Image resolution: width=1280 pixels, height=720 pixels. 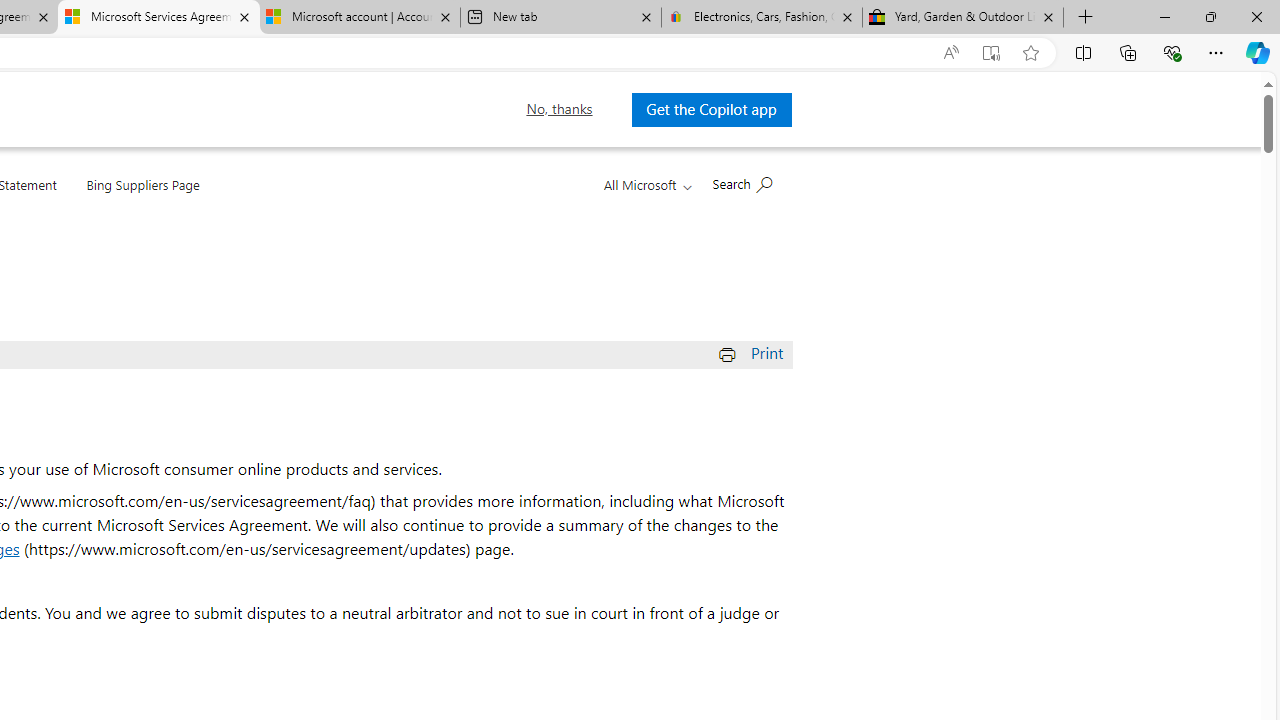 I want to click on 'Microsoft Services Agreement', so click(x=157, y=17).